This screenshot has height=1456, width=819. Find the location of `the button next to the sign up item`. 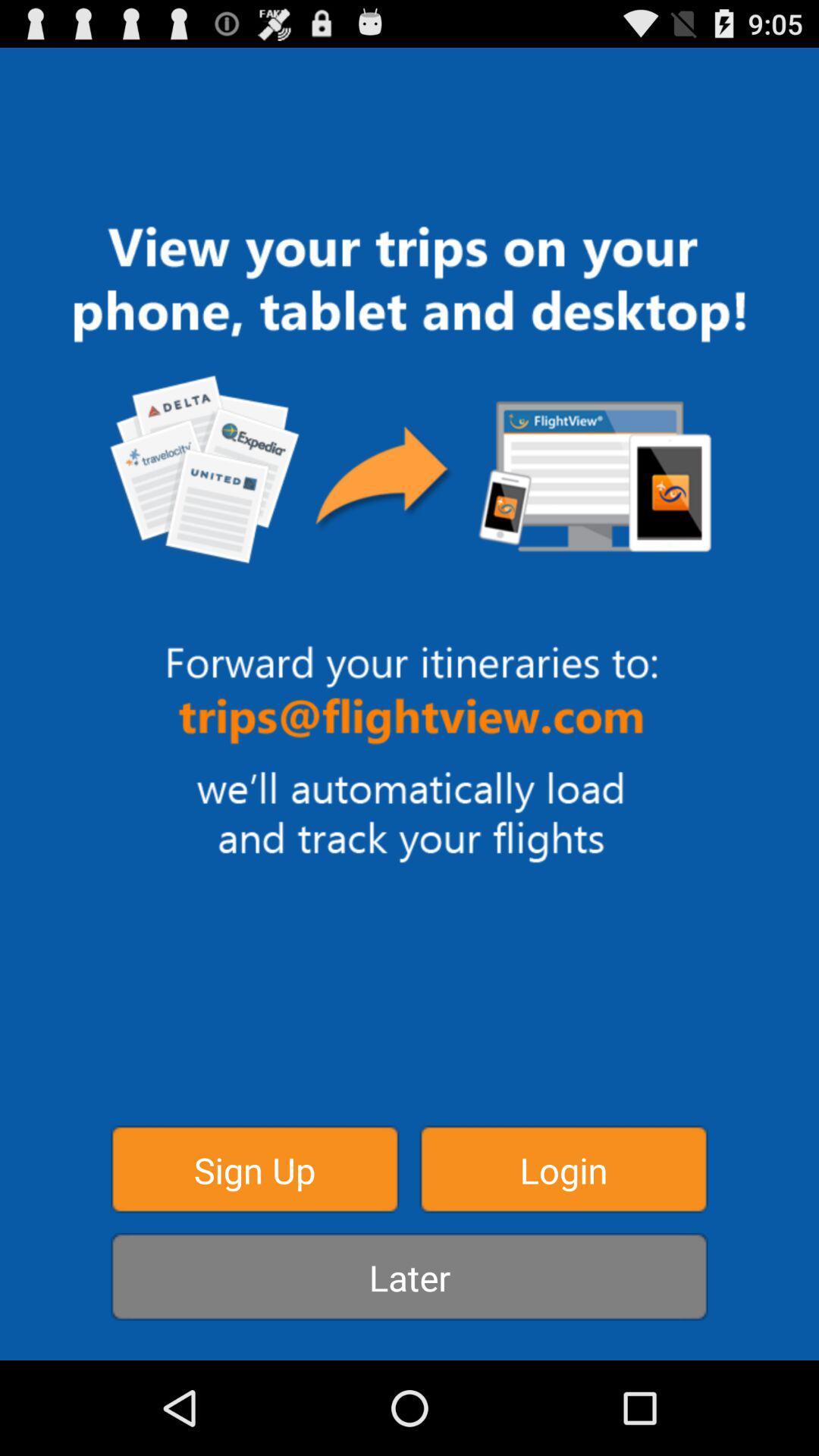

the button next to the sign up item is located at coordinates (563, 1168).